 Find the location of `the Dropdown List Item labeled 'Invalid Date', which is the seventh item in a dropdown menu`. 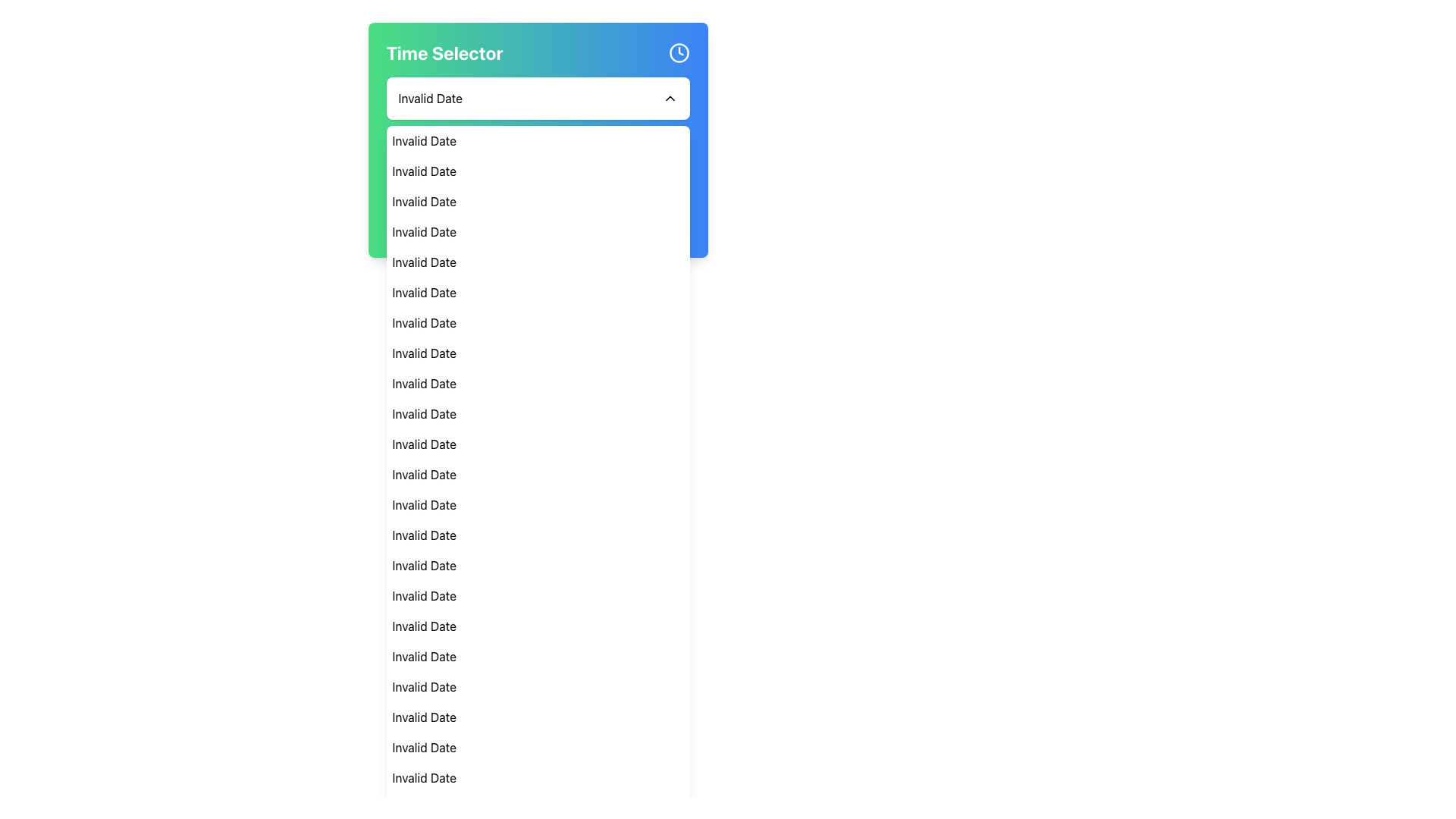

the Dropdown List Item labeled 'Invalid Date', which is the seventh item in a dropdown menu is located at coordinates (538, 322).